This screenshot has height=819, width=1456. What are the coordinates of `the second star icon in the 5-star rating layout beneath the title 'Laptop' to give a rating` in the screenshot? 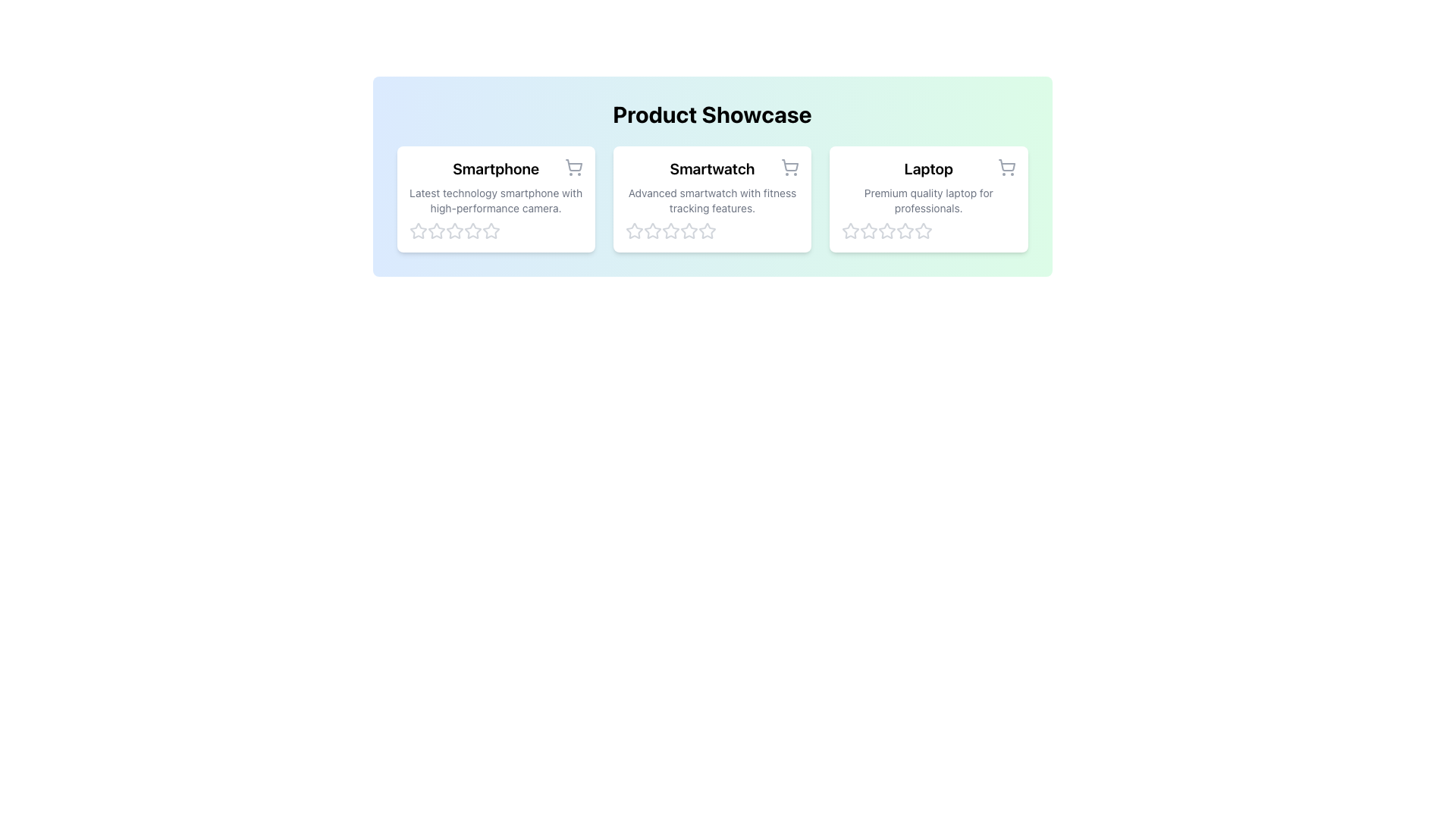 It's located at (869, 231).